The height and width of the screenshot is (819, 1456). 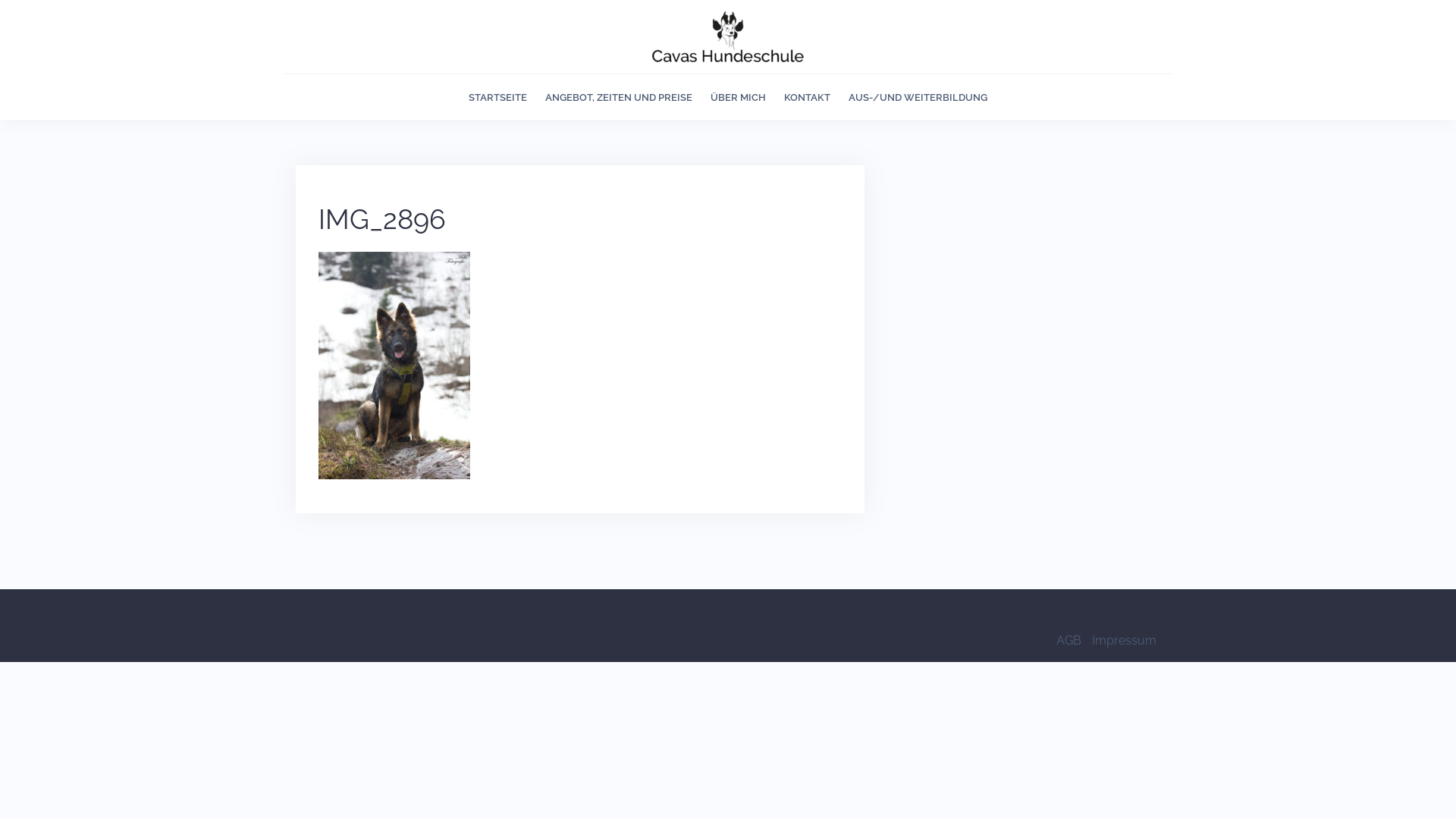 I want to click on 'STARTSEITE', so click(x=468, y=98).